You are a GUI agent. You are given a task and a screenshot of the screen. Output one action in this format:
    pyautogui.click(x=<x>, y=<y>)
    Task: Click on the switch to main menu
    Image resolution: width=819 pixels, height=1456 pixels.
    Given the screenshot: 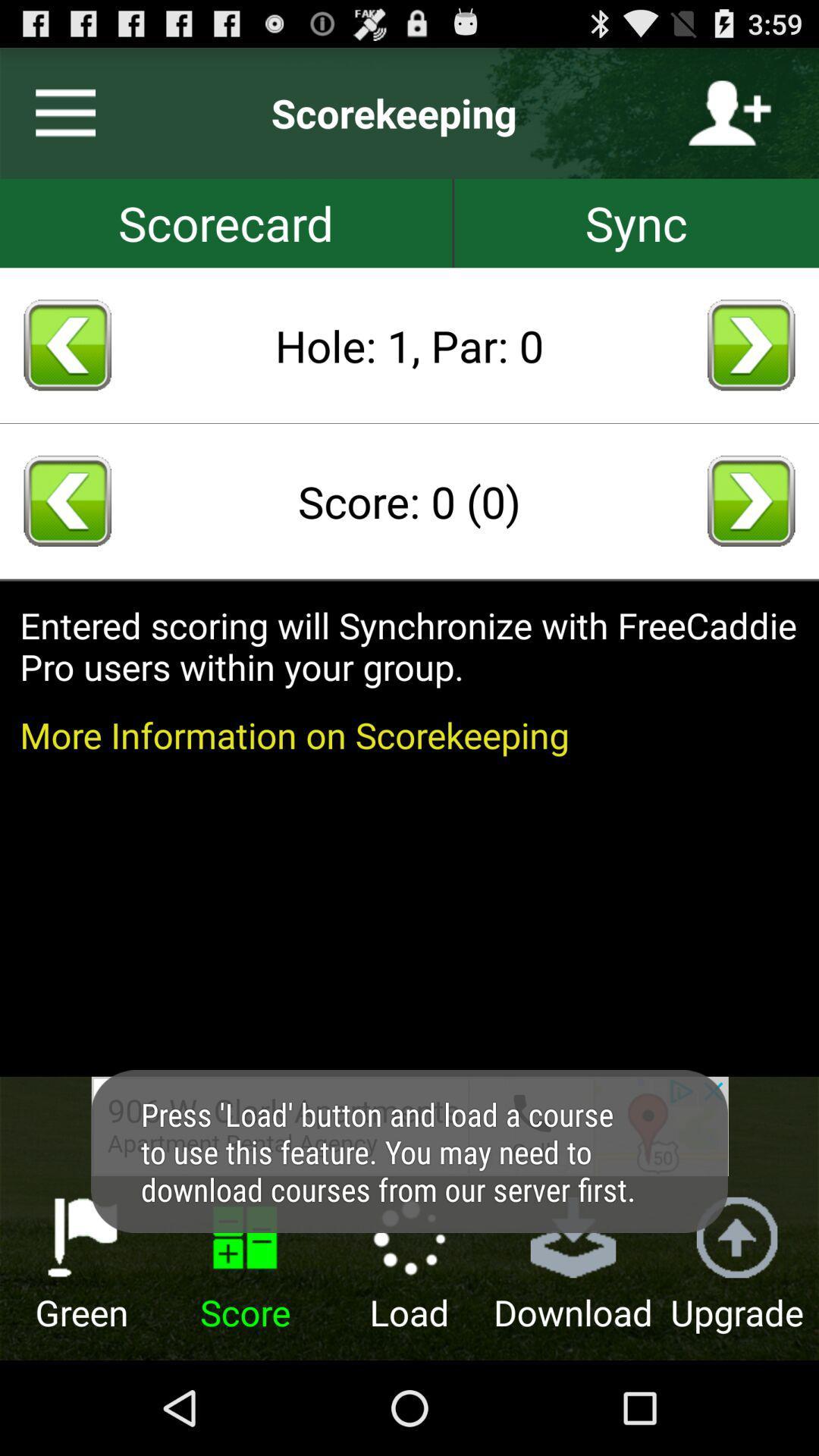 What is the action you would take?
    pyautogui.click(x=58, y=112)
    